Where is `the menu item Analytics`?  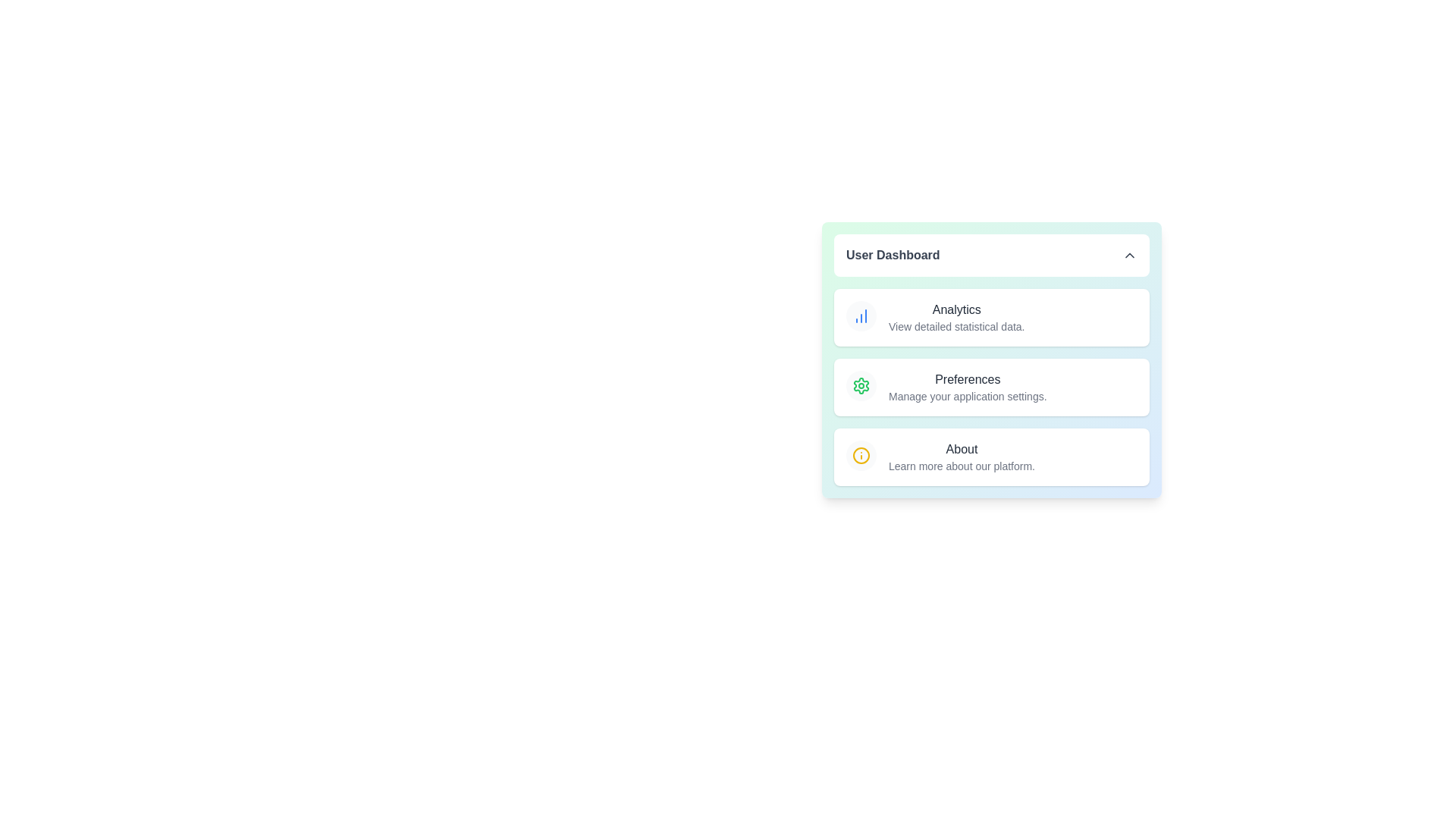 the menu item Analytics is located at coordinates (992, 317).